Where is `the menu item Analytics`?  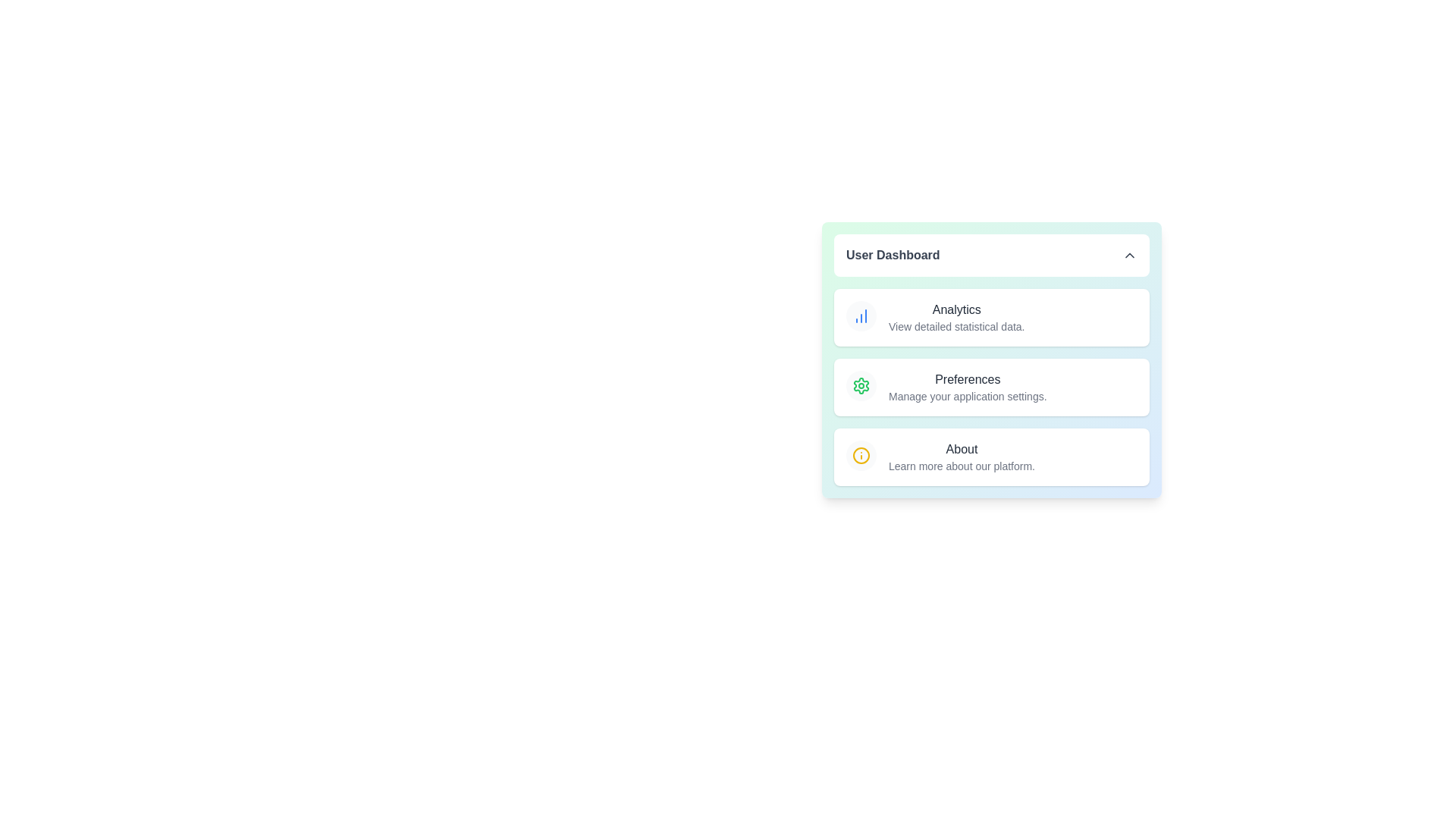 the menu item Analytics is located at coordinates (992, 317).